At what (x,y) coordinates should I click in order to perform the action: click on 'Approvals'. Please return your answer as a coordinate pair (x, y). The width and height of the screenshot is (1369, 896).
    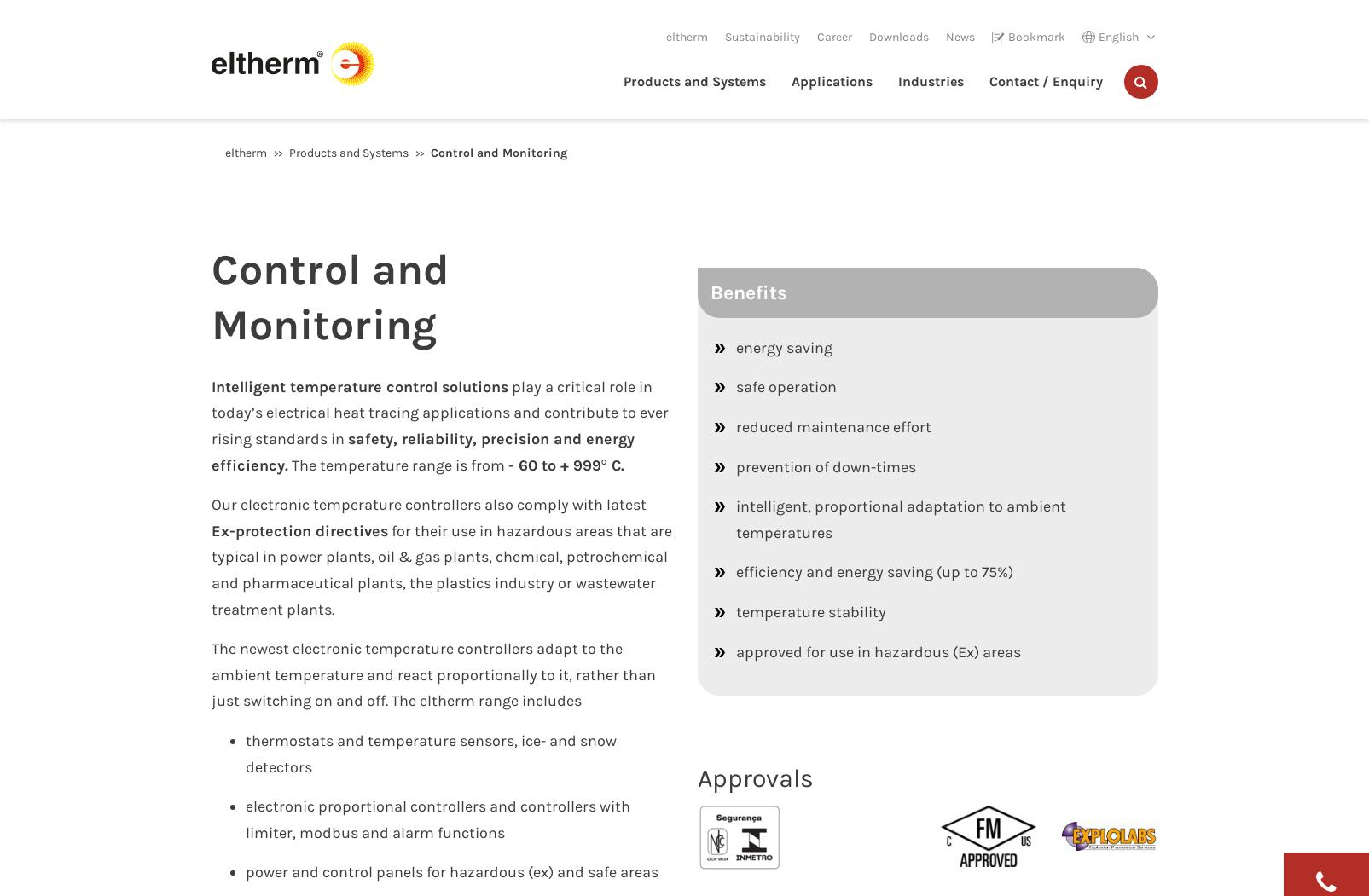
    Looking at the image, I should click on (754, 778).